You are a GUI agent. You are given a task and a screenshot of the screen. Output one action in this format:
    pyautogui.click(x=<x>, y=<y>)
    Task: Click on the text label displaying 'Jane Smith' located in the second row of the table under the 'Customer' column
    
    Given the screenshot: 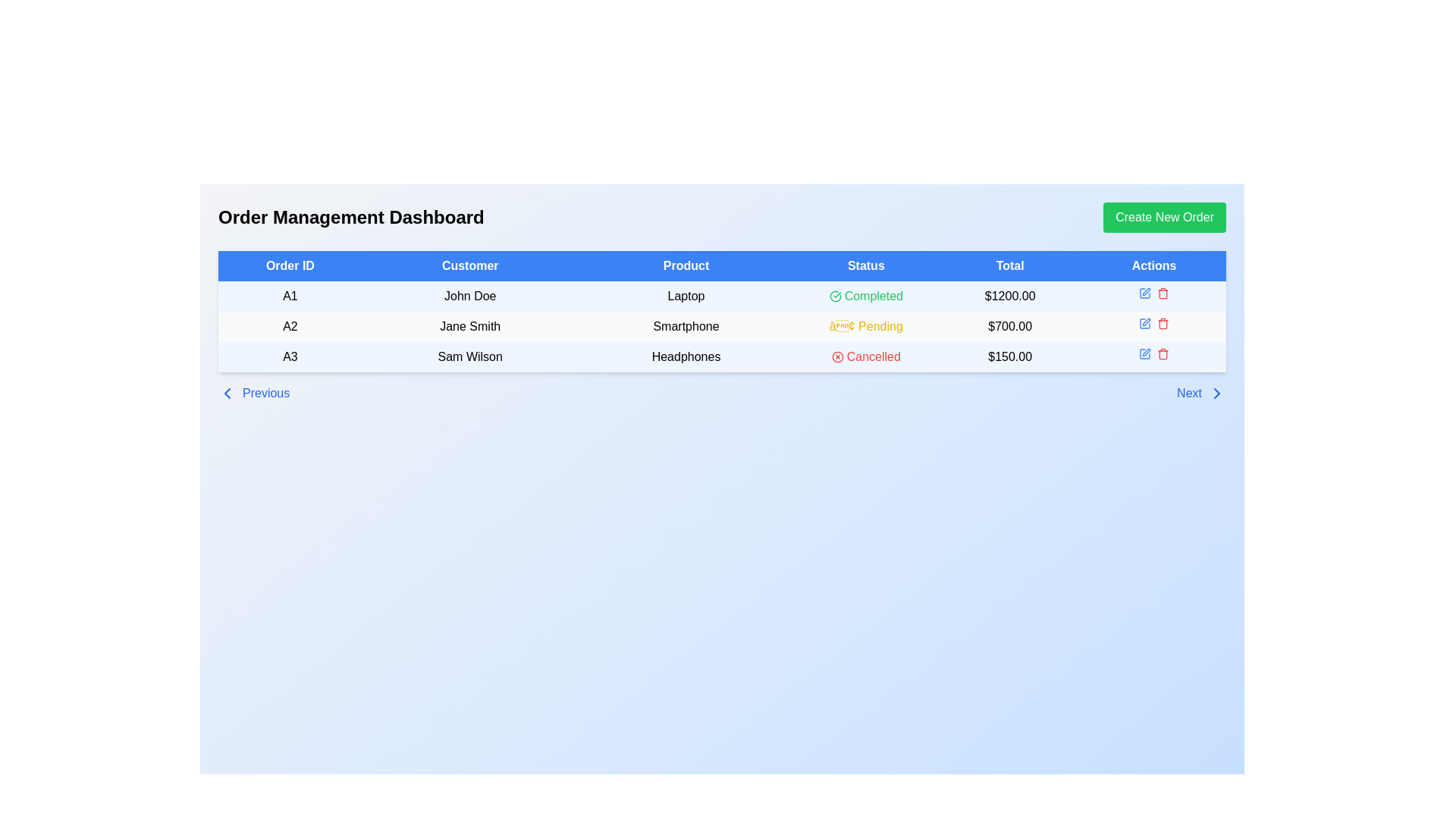 What is the action you would take?
    pyautogui.click(x=469, y=326)
    